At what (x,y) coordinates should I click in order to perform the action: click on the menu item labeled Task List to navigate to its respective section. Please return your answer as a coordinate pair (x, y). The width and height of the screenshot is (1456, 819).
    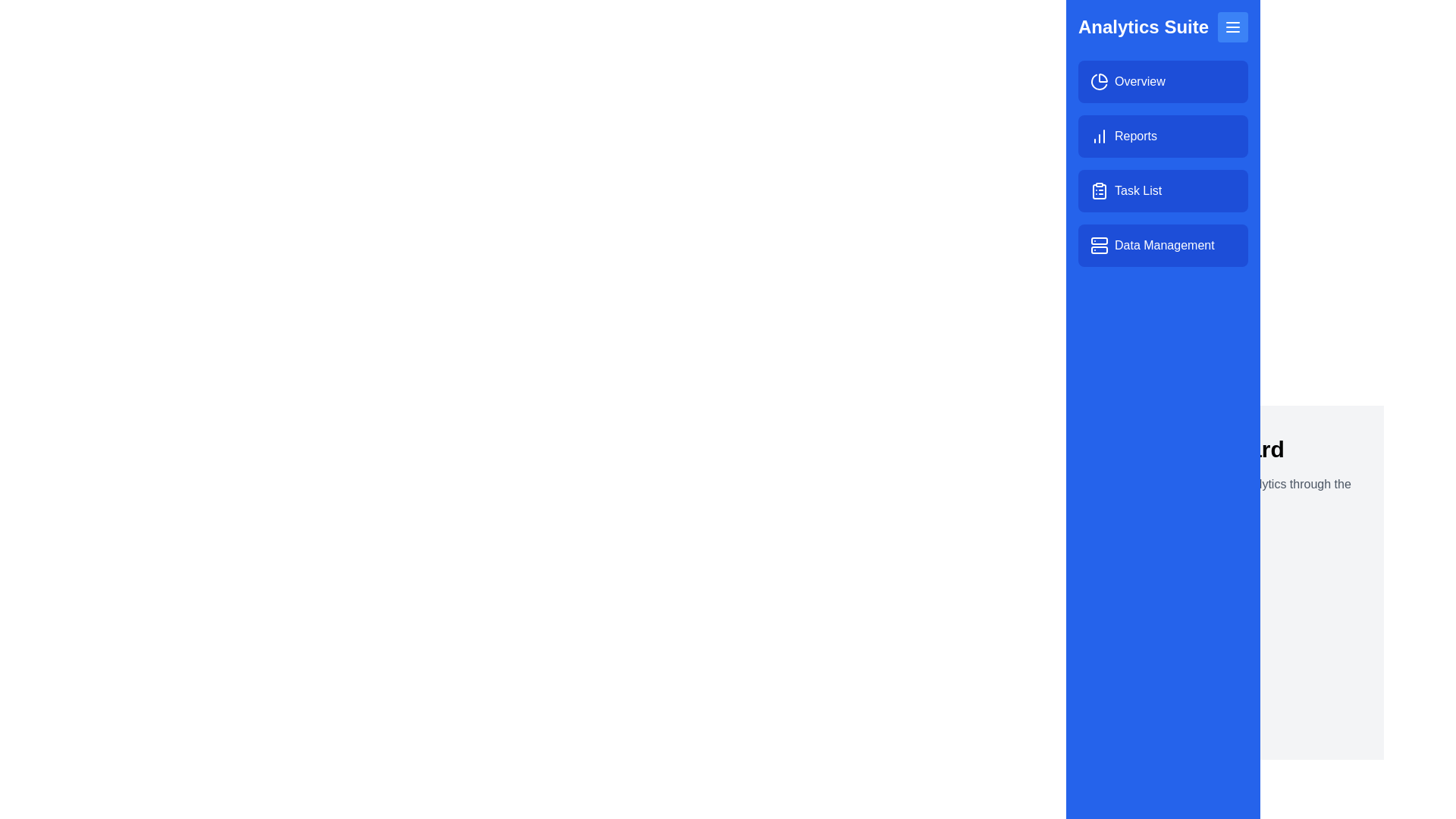
    Looking at the image, I should click on (1163, 190).